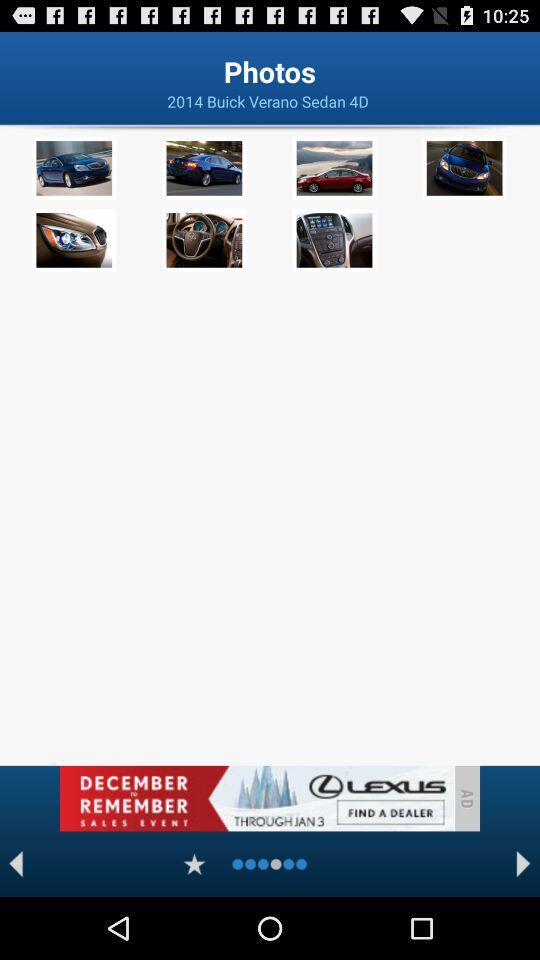 The width and height of the screenshot is (540, 960). Describe the element at coordinates (15, 863) in the screenshot. I see `go back` at that location.